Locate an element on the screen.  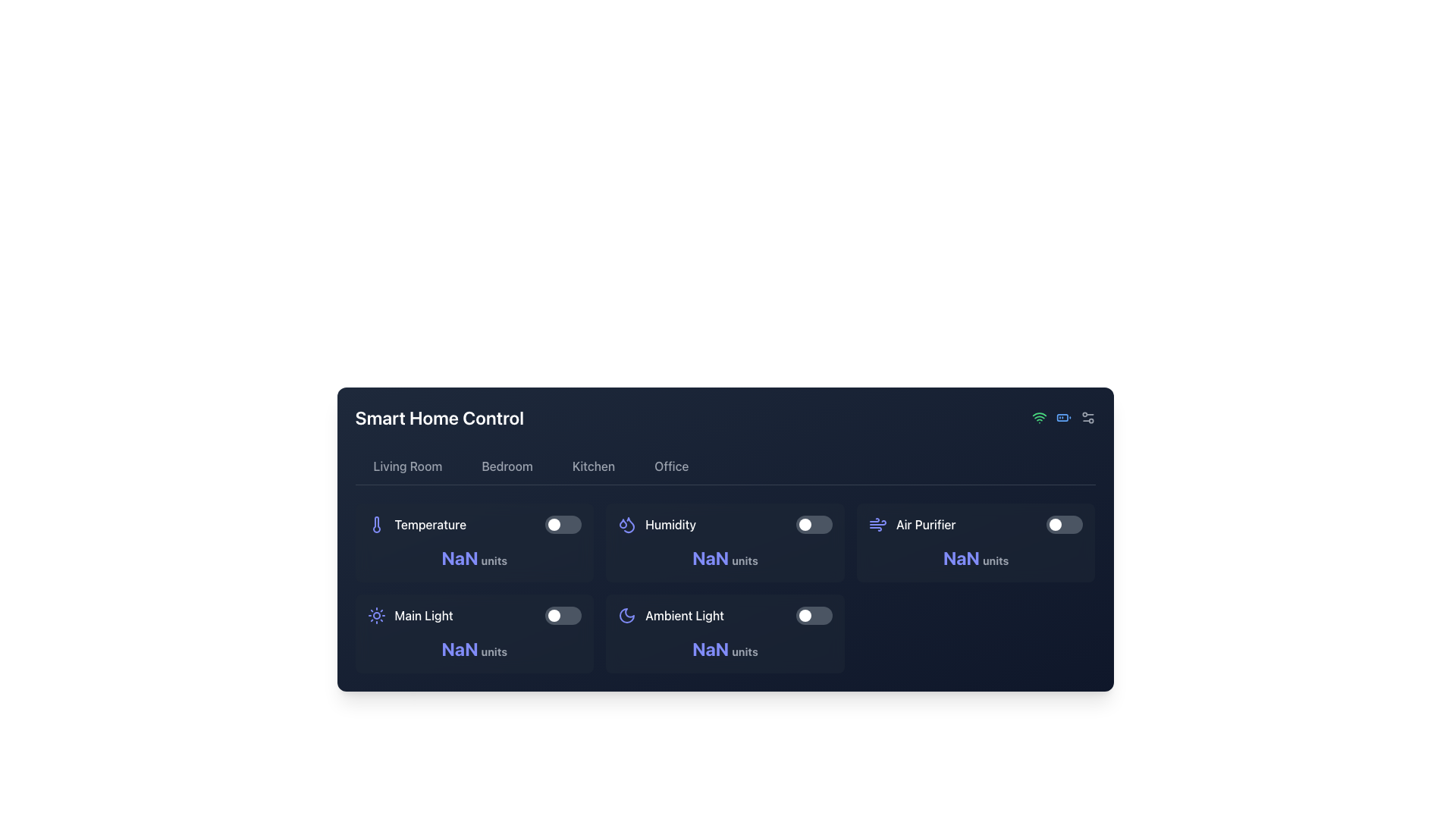
the toggle switch to change the state of the 'Ambient Light' feature, which is located to the right of the label text within the settings group is located at coordinates (813, 616).